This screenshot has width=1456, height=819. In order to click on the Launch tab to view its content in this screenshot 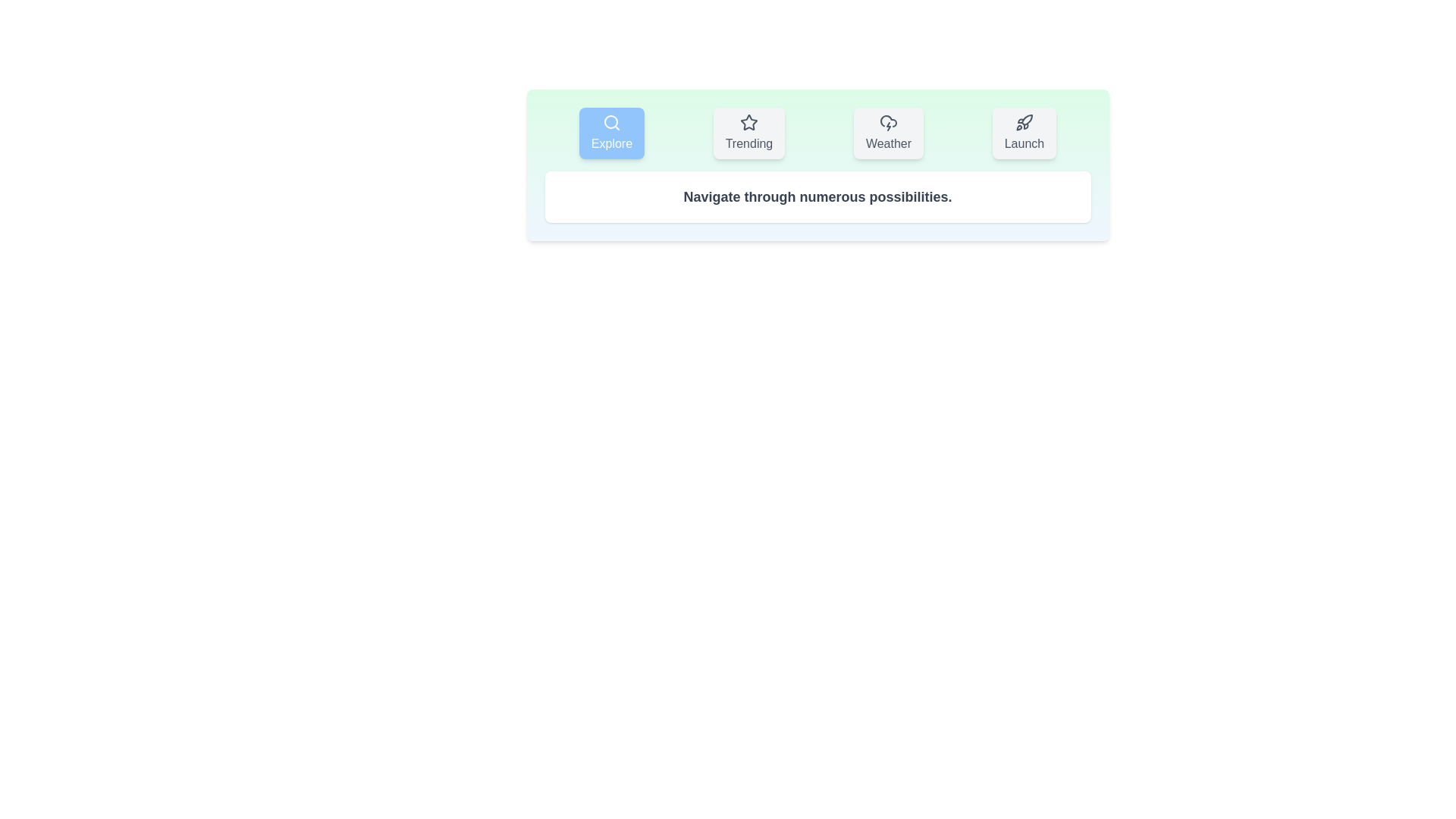, I will do `click(1024, 133)`.